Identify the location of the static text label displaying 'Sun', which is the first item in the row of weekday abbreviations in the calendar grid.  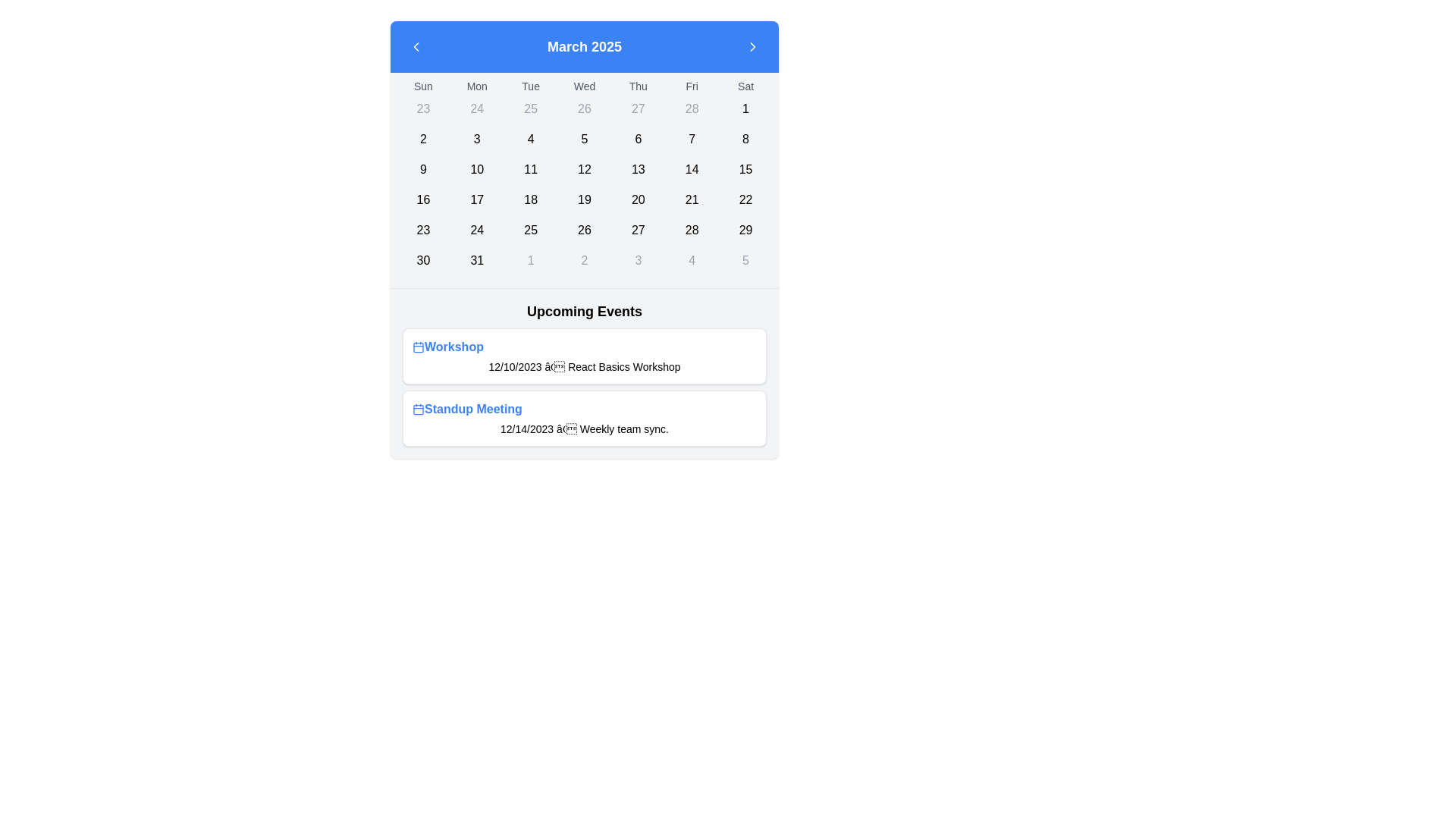
(423, 86).